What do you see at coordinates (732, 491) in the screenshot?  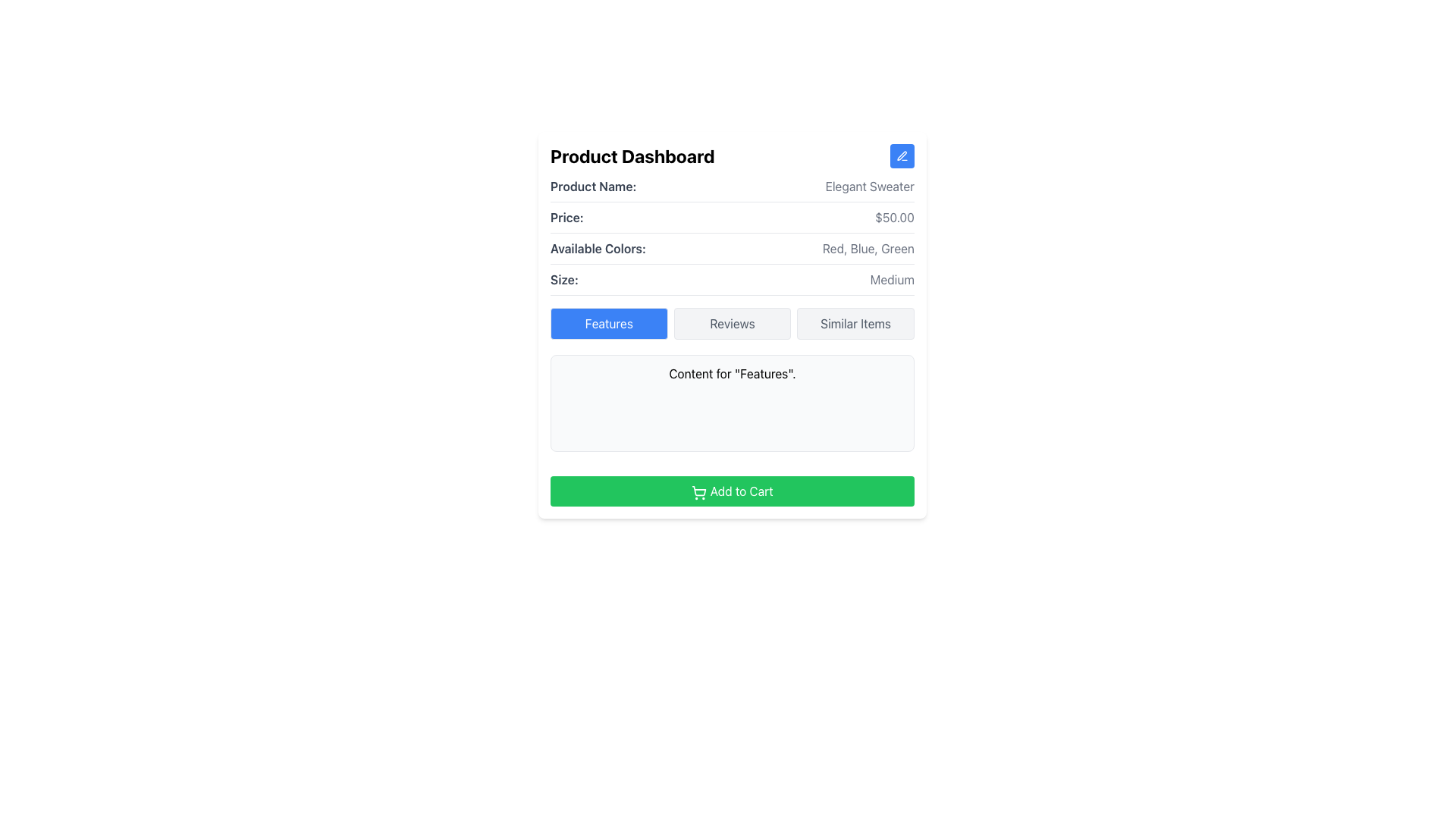 I see `the 'Add to Cart' button located at the bottom center of the 'Product Dashboard' section` at bounding box center [732, 491].